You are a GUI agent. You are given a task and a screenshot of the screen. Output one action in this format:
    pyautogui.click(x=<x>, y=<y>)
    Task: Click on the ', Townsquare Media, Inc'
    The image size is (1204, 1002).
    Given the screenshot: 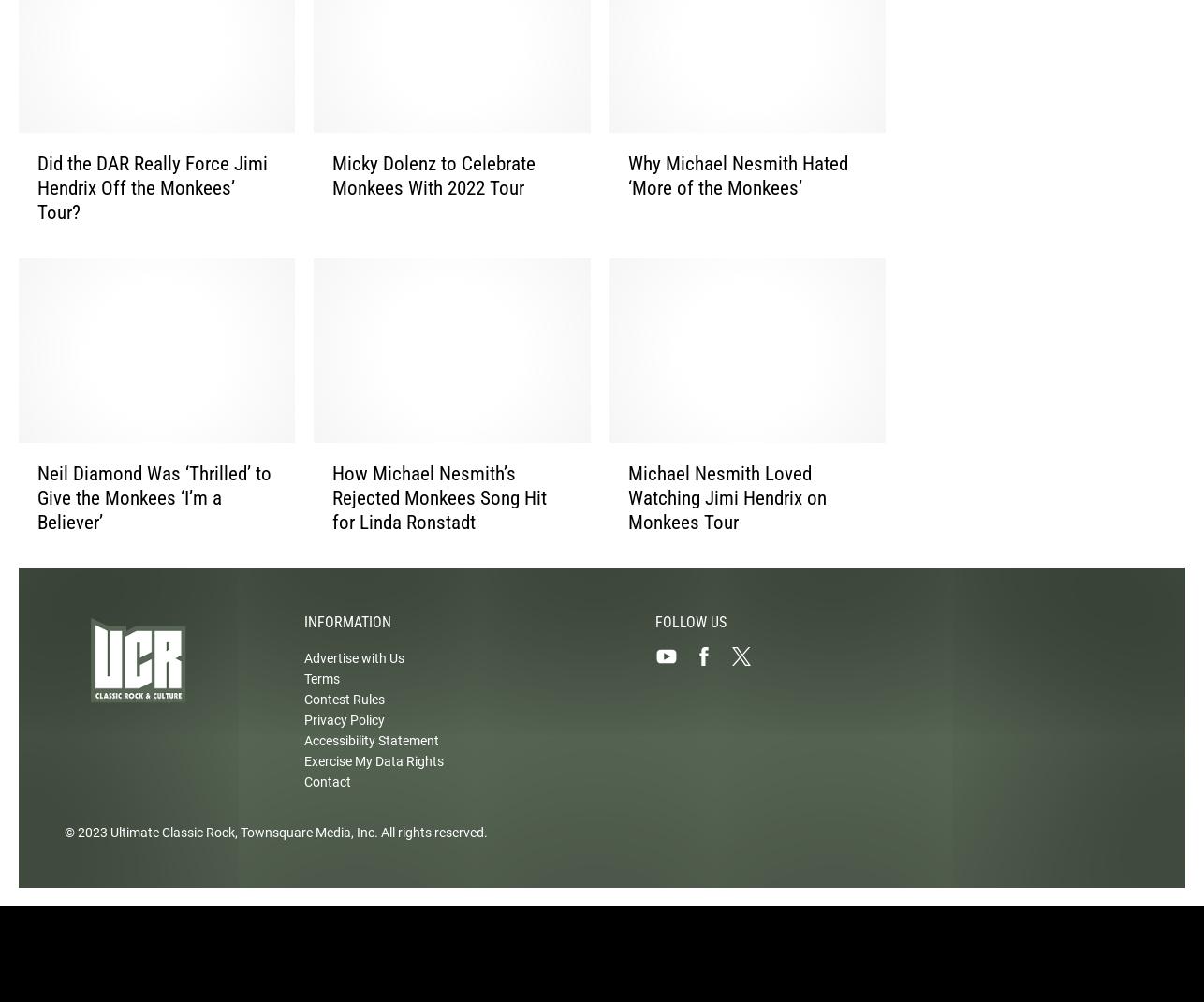 What is the action you would take?
    pyautogui.click(x=303, y=847)
    